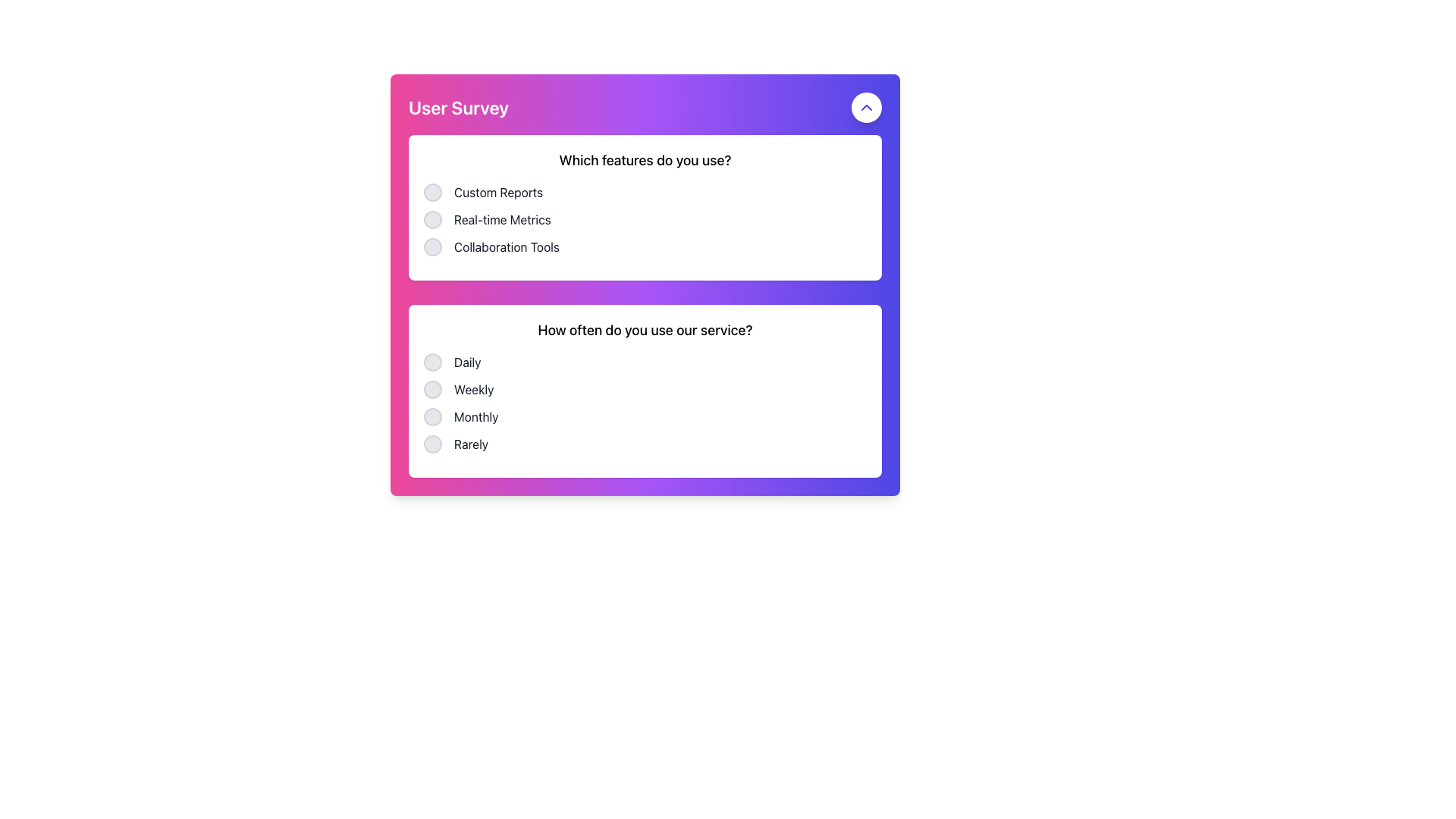 Image resolution: width=1456 pixels, height=819 pixels. Describe the element at coordinates (645, 388) in the screenshot. I see `the 'Weekly' radio button option in the survey question 'How often do you use our service?'` at that location.